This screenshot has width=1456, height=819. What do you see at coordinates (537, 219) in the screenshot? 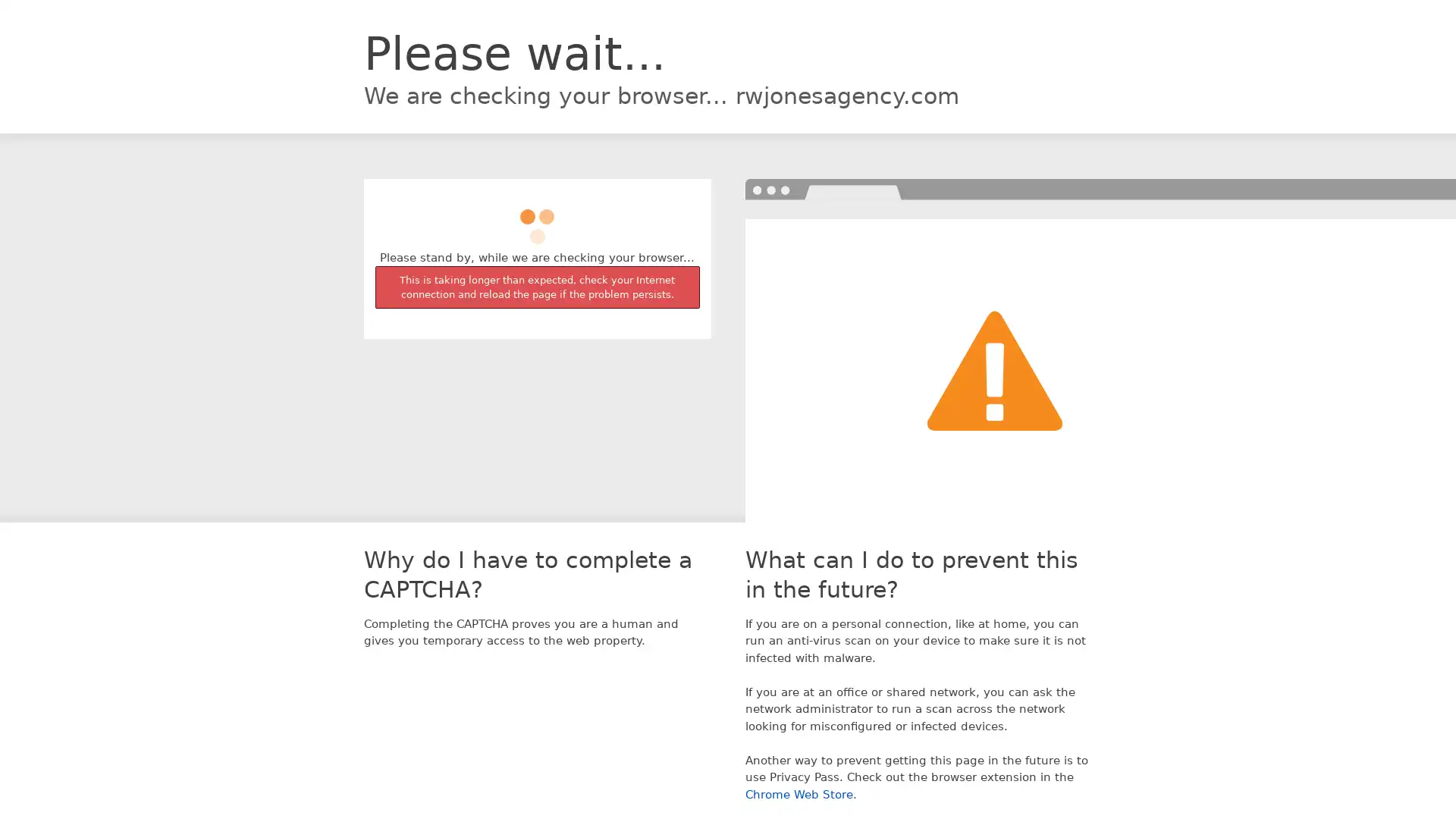
I see `Verify I am not a bot` at bounding box center [537, 219].